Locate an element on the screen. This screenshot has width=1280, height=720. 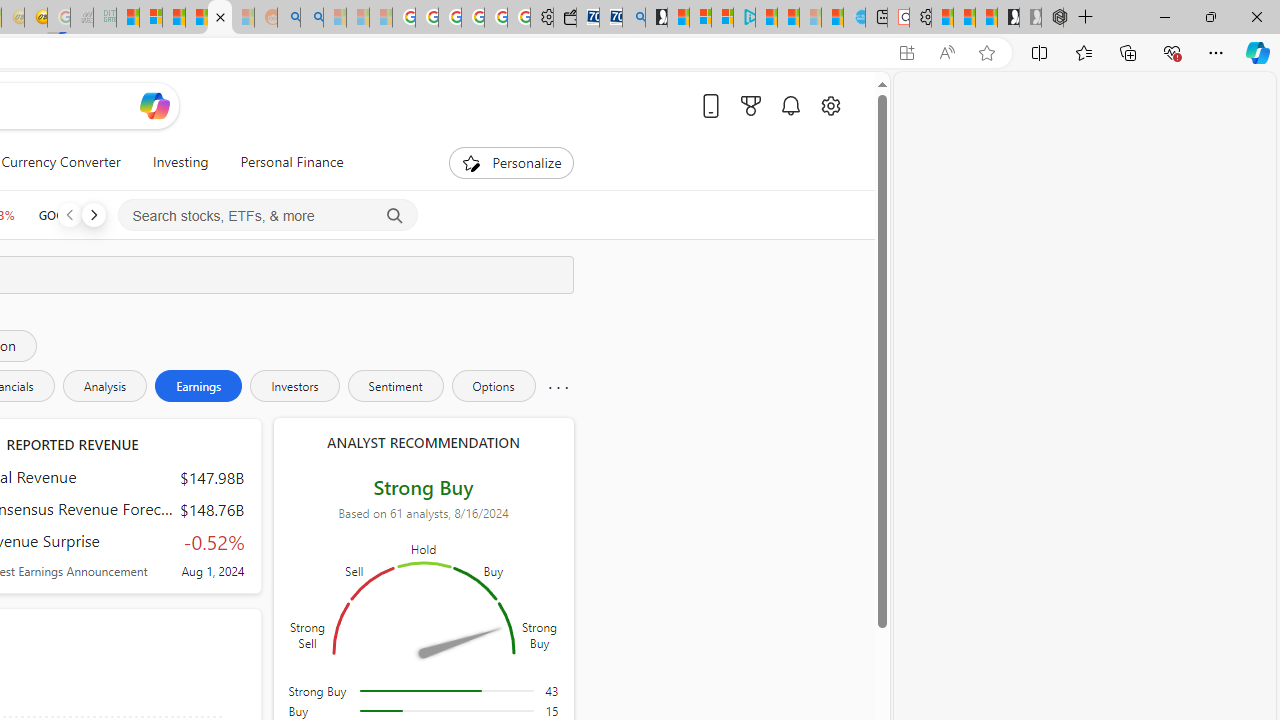
'Analysis' is located at coordinates (103, 385).